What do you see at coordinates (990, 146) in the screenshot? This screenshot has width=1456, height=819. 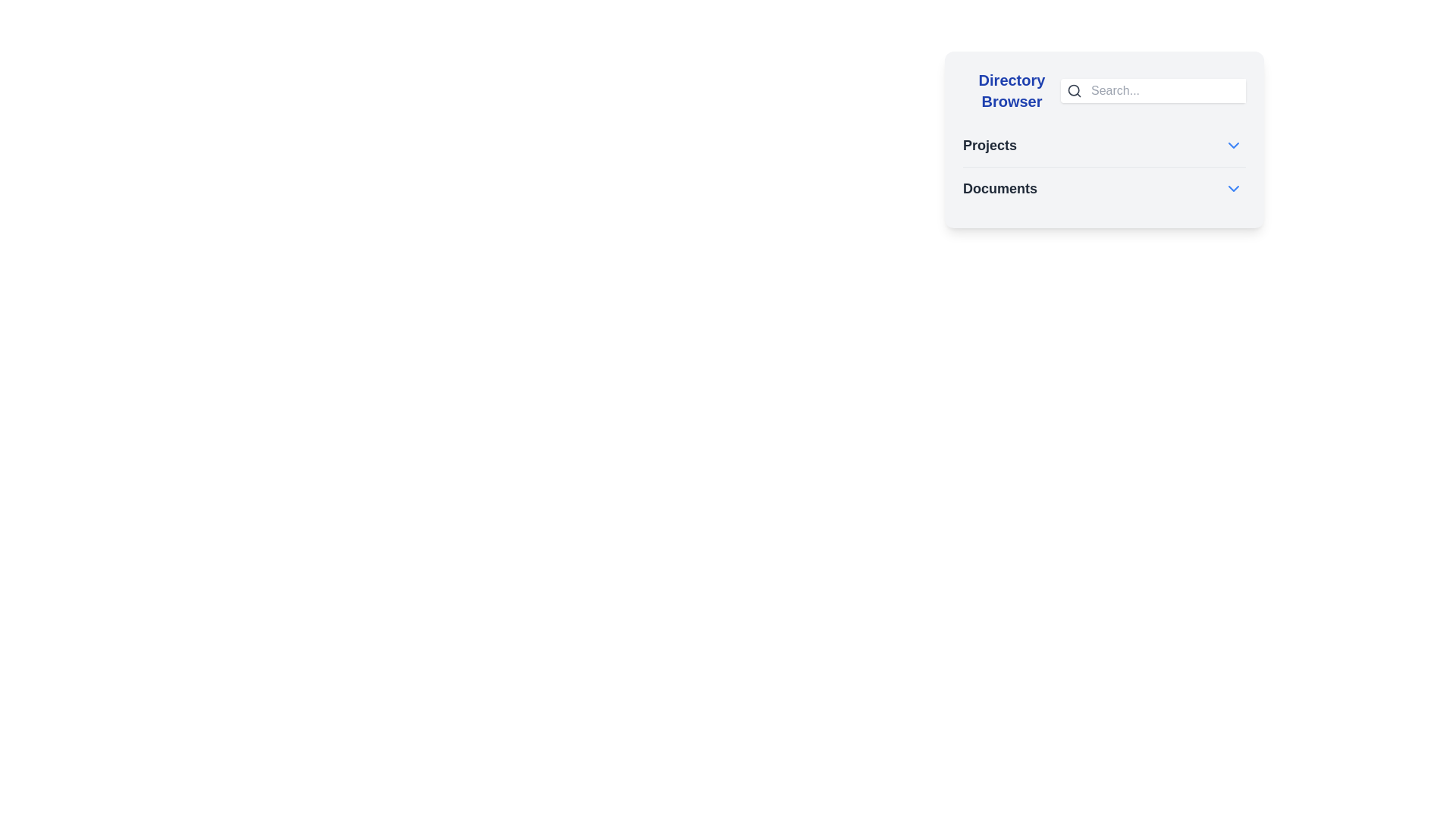 I see `the directory title Projects to expand or collapse it` at bounding box center [990, 146].